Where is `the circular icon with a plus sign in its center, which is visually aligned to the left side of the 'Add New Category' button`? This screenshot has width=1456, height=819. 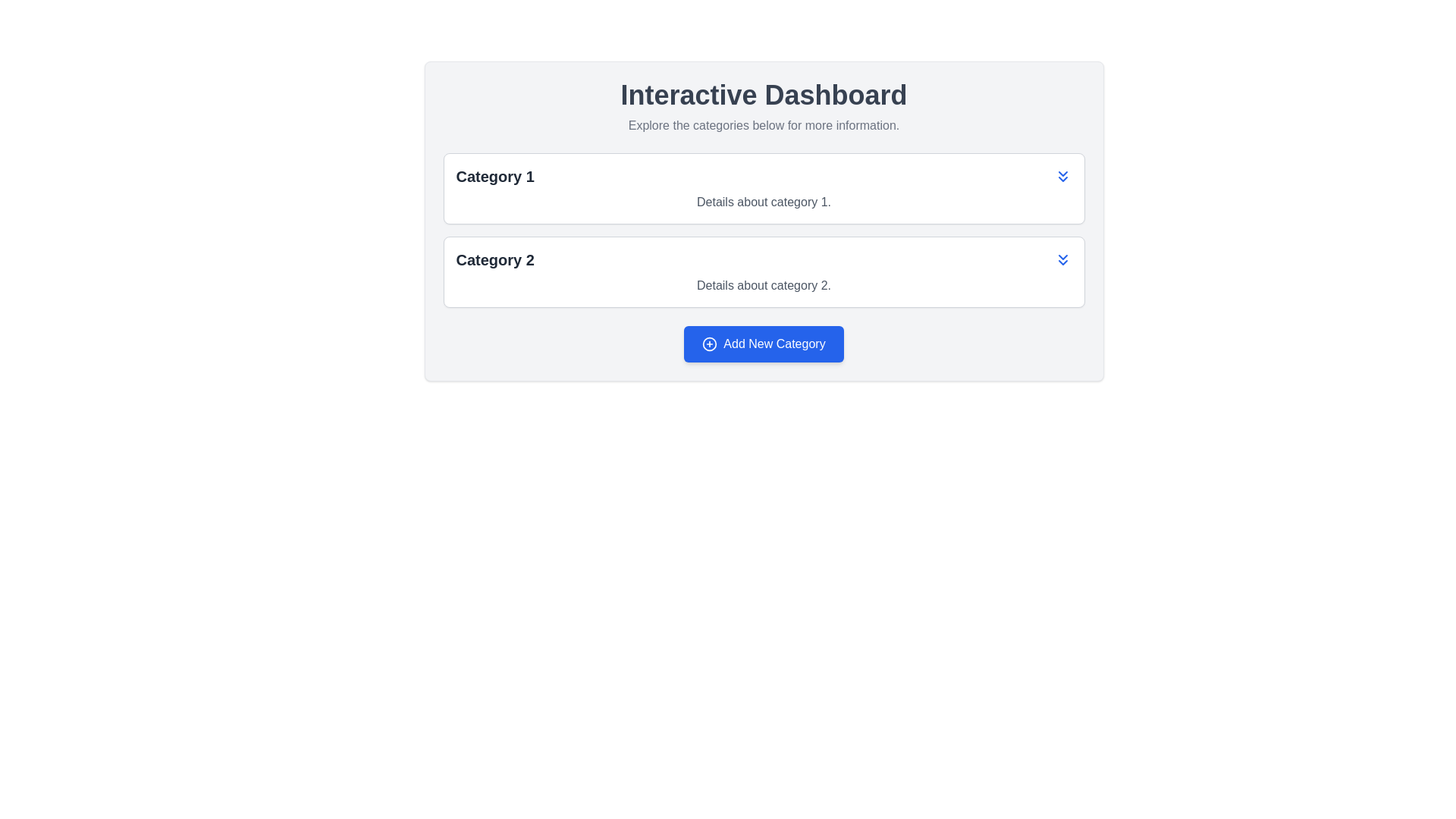 the circular icon with a plus sign in its center, which is visually aligned to the left side of the 'Add New Category' button is located at coordinates (709, 344).